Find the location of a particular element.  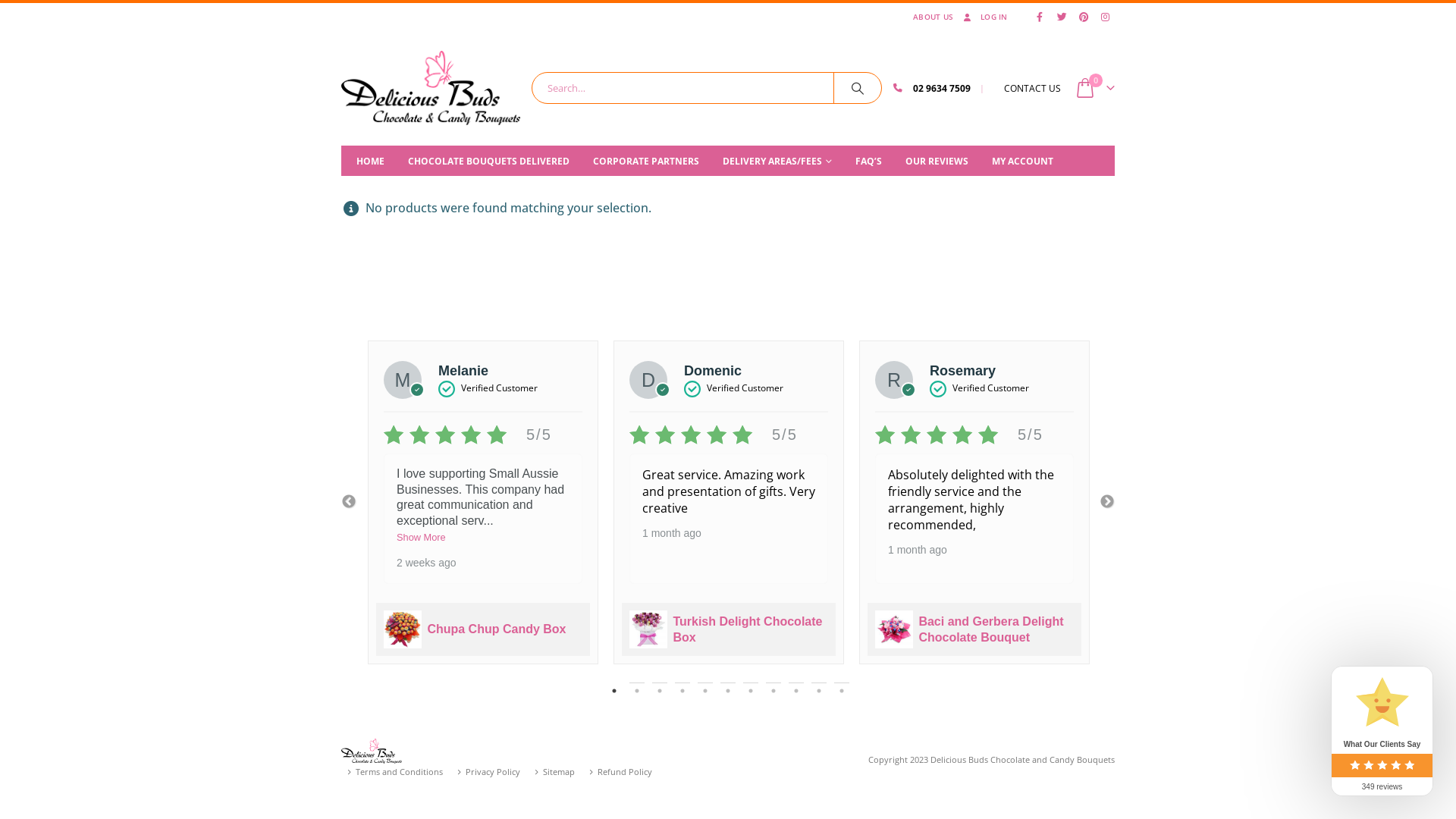

'Twitter' is located at coordinates (1061, 17).